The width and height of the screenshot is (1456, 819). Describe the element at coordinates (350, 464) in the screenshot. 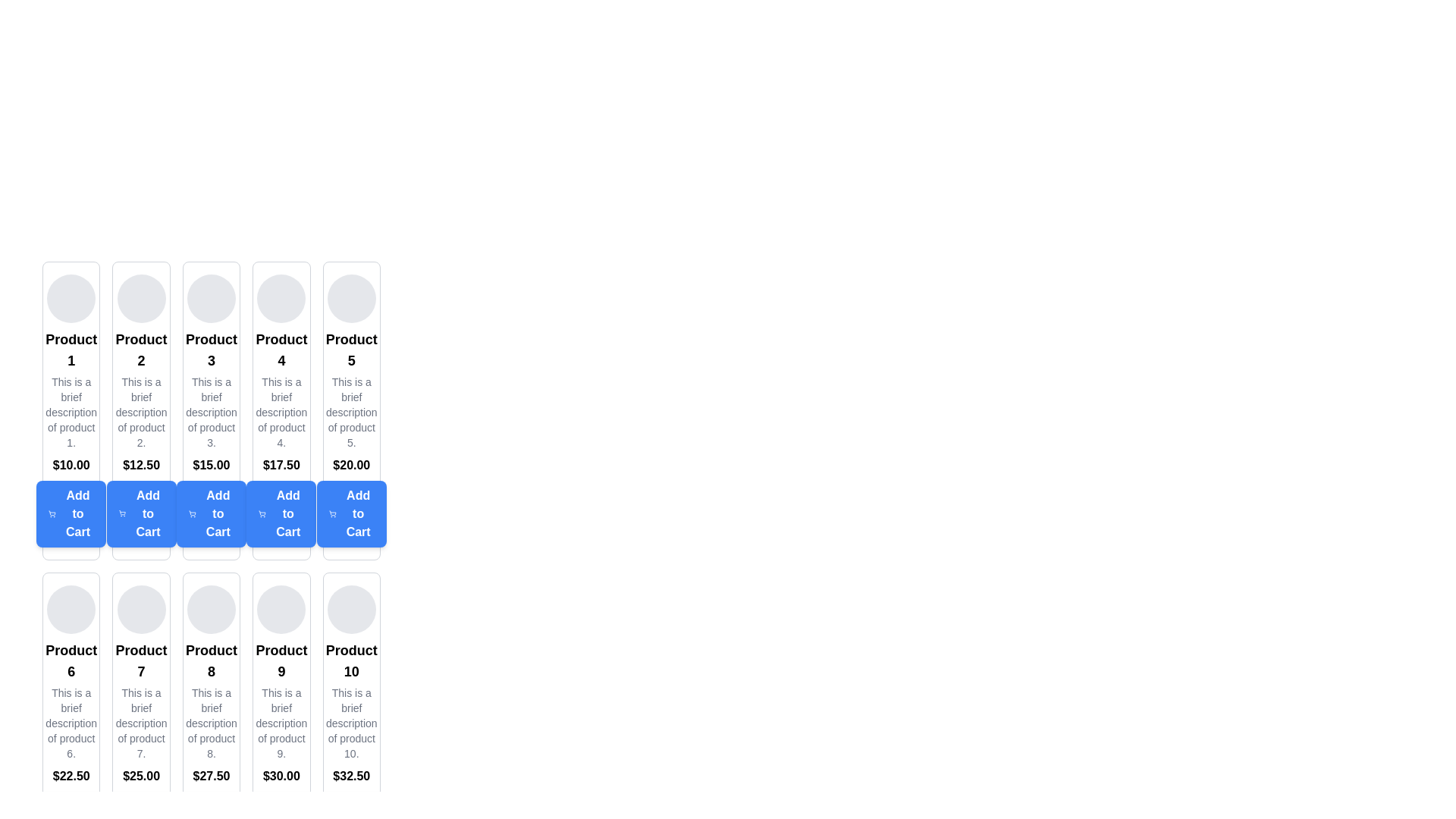

I see `the bold text label displaying the price '$20.00' located within the product card for 'Product 5', positioned just above the 'Add to Cart' button` at that location.